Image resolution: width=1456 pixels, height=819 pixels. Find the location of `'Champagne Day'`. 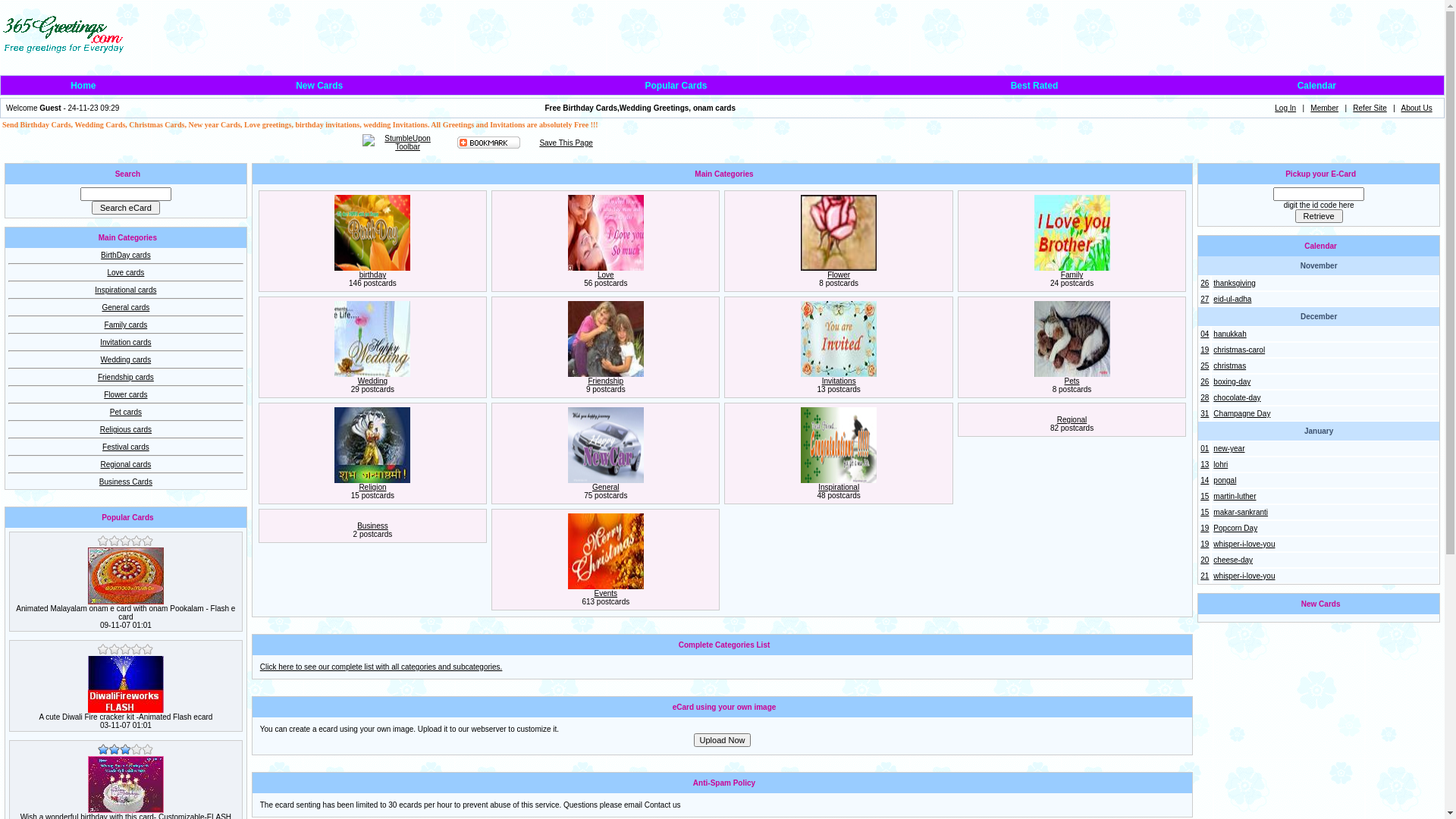

'Champagne Day' is located at coordinates (1212, 413).